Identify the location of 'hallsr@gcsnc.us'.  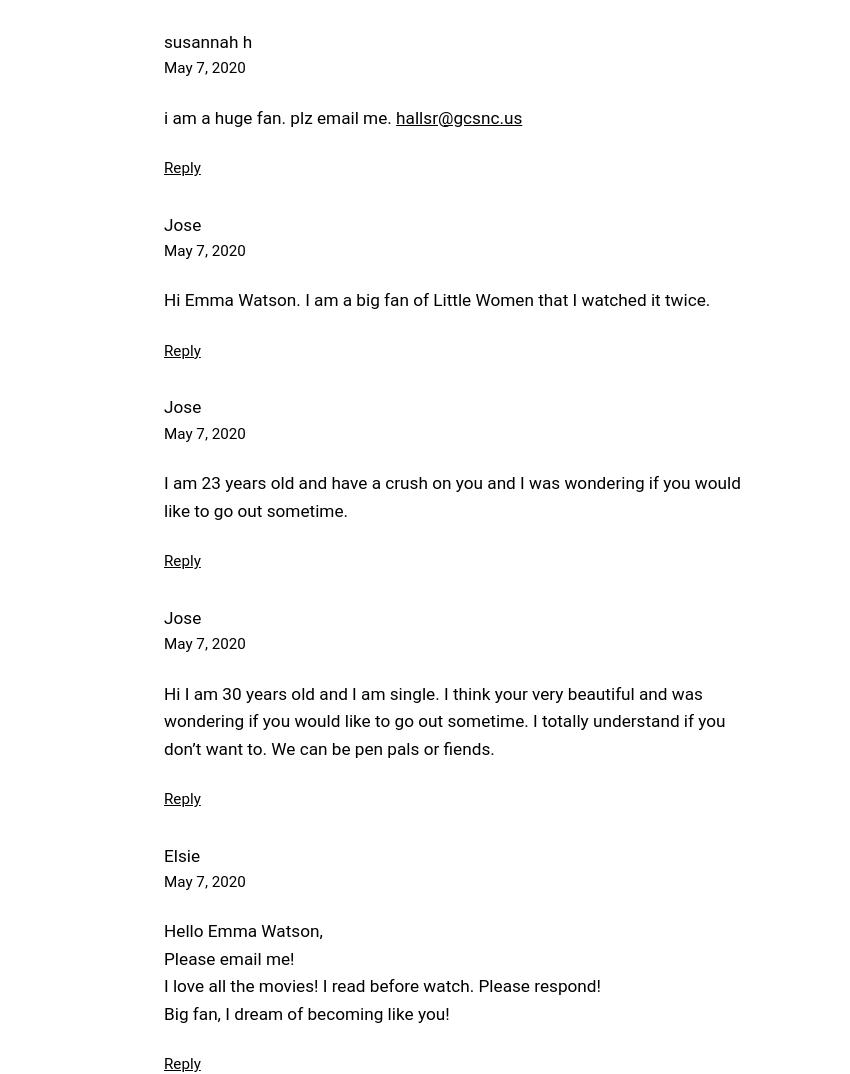
(396, 115).